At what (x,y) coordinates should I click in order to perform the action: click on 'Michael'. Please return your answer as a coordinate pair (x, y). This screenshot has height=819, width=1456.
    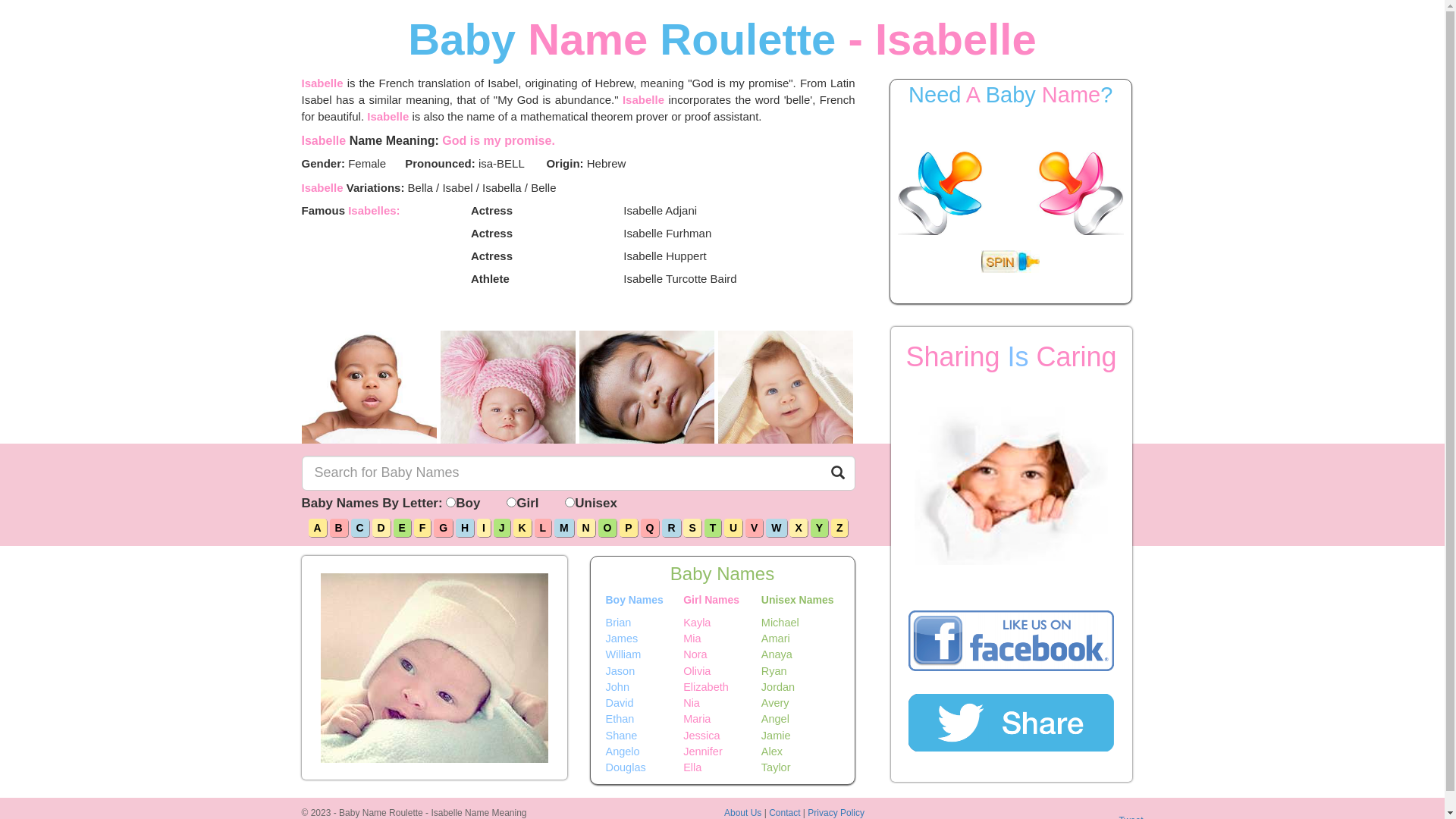
    Looking at the image, I should click on (799, 622).